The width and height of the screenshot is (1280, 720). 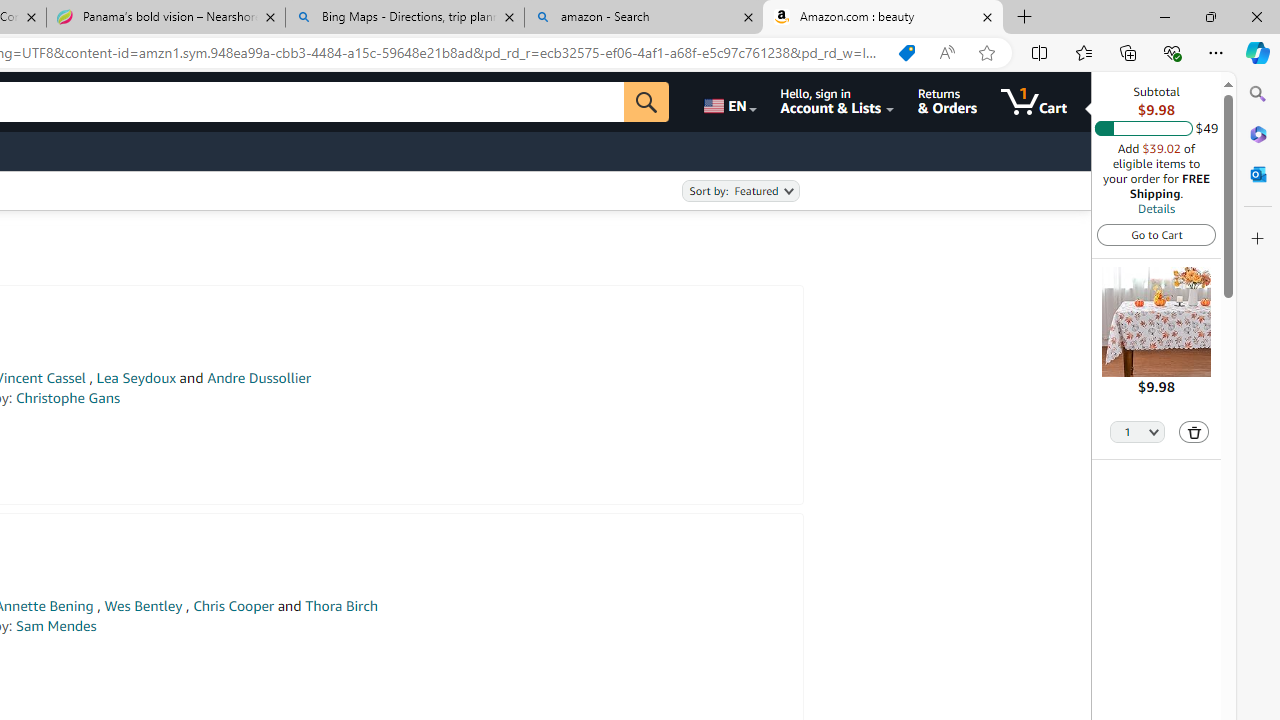 I want to click on 'Quantity Selector', so click(x=1137, y=429).